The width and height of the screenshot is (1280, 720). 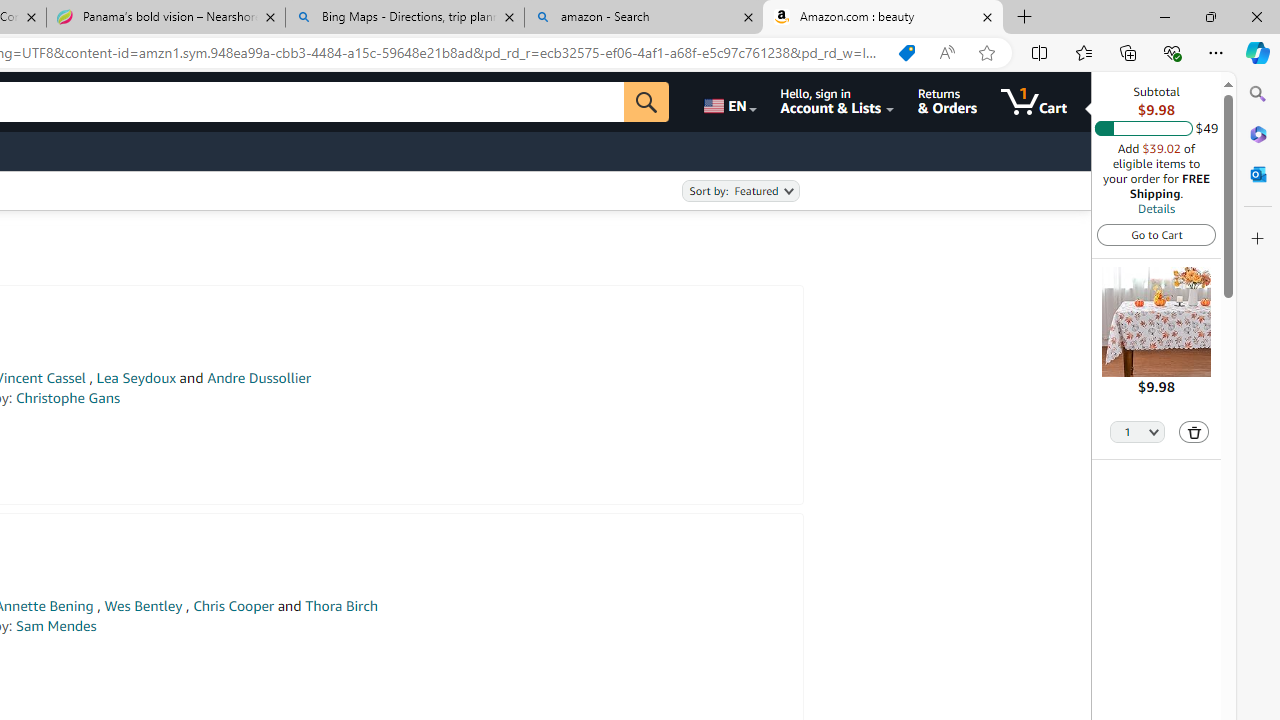 I want to click on 'Quantity Selector', so click(x=1137, y=429).